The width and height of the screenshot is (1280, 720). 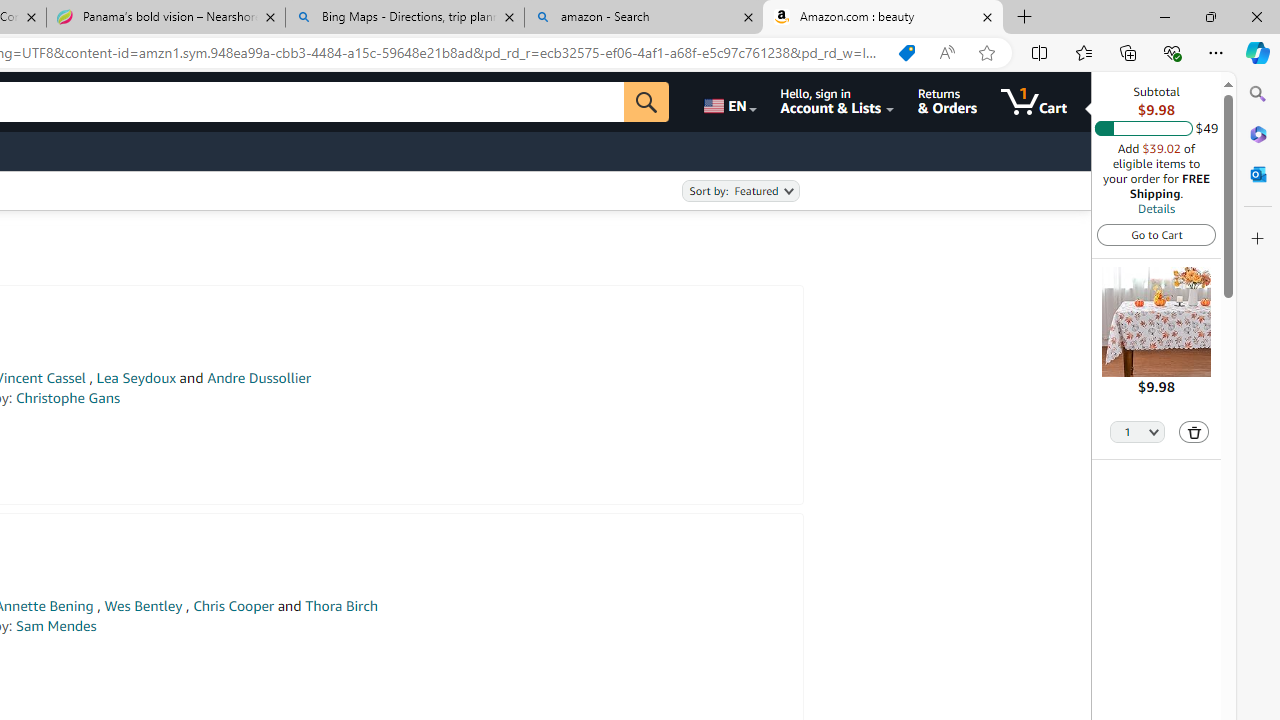 I want to click on 'Quantity Selector', so click(x=1137, y=429).